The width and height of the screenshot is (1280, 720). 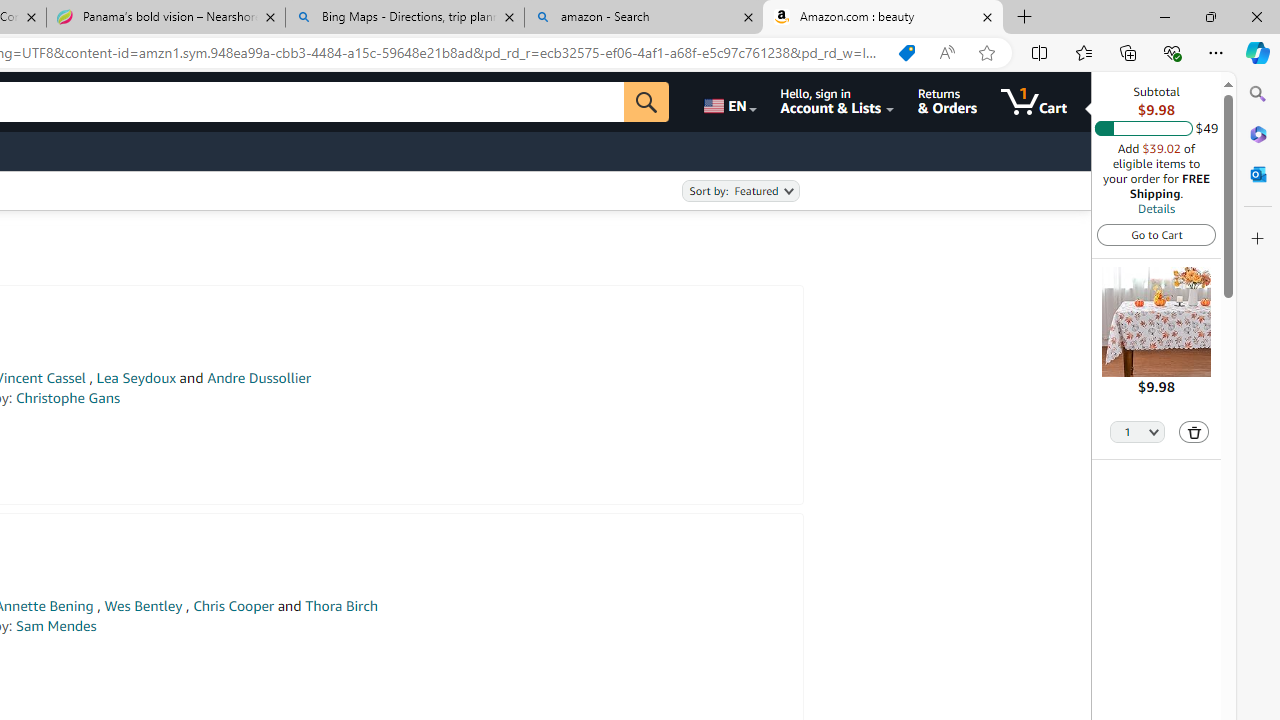 I want to click on 'Quantity Selector', so click(x=1137, y=429).